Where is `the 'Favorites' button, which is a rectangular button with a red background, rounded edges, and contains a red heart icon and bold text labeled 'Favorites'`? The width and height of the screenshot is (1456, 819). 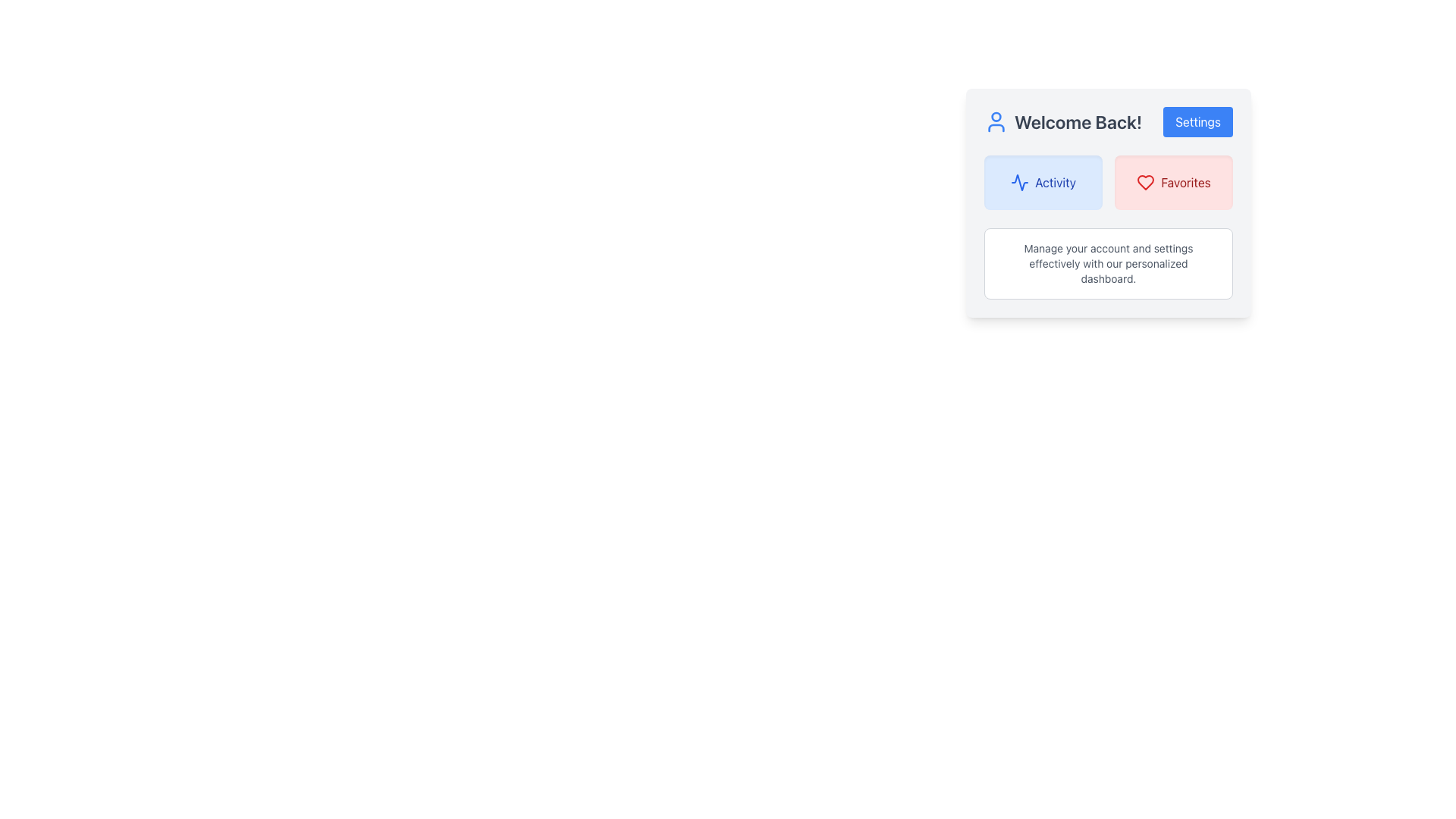
the 'Favorites' button, which is a rectangular button with a red background, rounded edges, and contains a red heart icon and bold text labeled 'Favorites' is located at coordinates (1173, 181).